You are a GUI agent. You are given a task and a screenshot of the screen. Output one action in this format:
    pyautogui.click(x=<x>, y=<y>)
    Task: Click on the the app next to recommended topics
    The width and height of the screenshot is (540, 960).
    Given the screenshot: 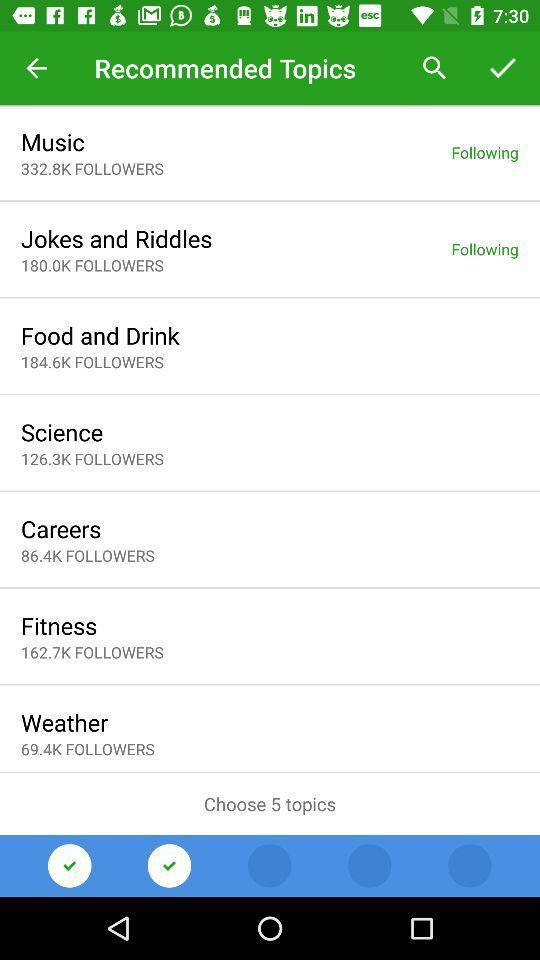 What is the action you would take?
    pyautogui.click(x=434, y=68)
    